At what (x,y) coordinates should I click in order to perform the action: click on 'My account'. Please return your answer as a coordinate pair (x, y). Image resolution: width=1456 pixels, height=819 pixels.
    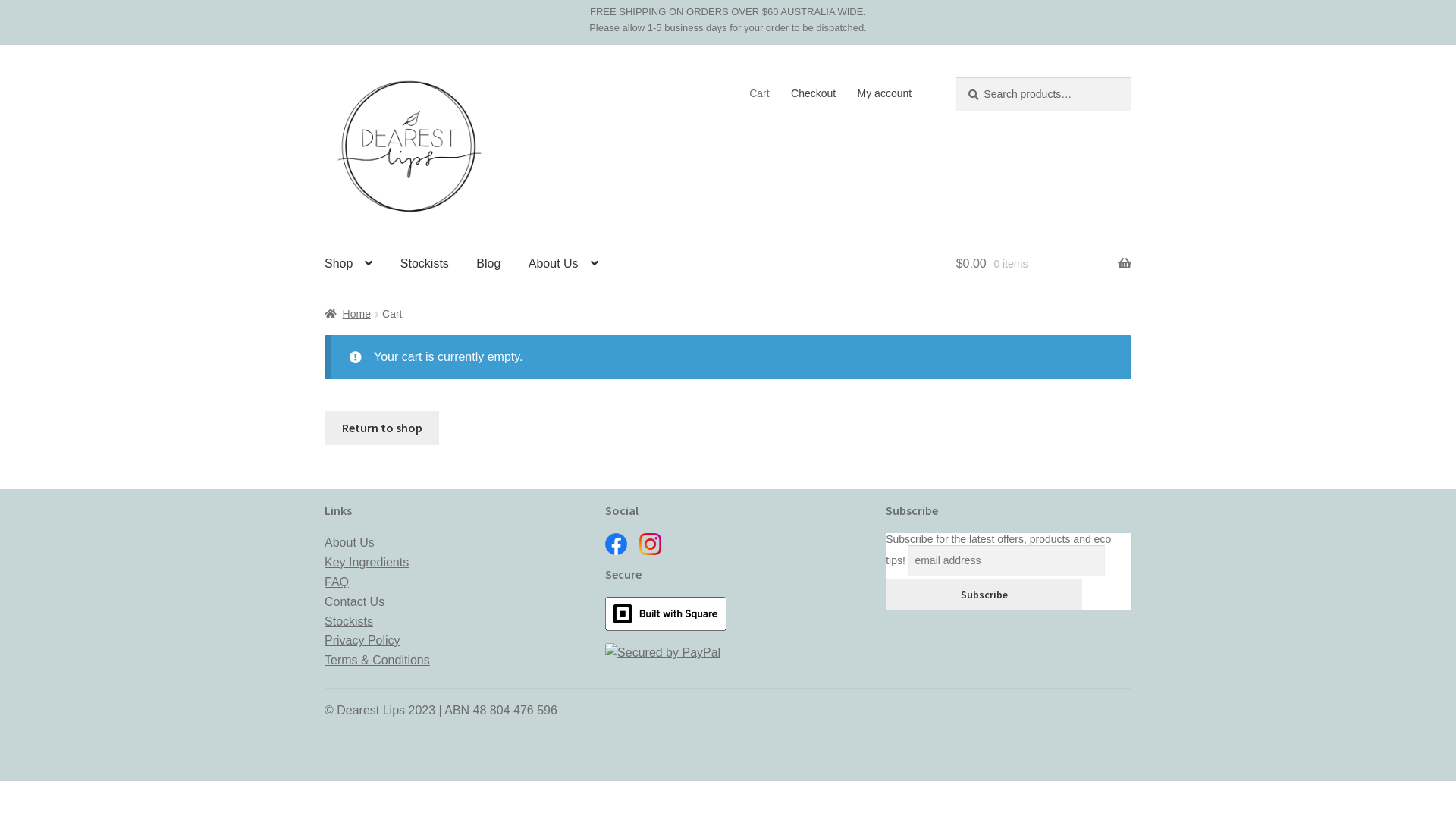
    Looking at the image, I should click on (847, 93).